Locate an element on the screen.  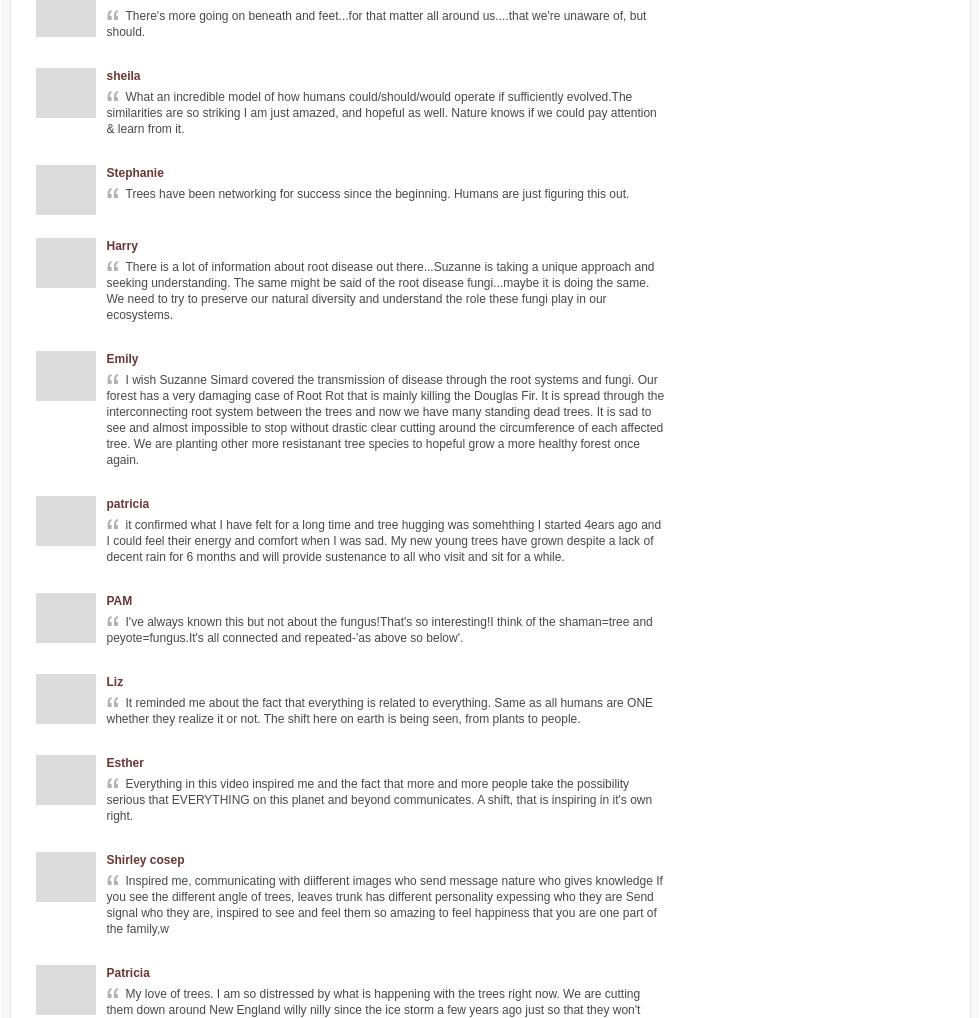
'It reminded me about the fact that everything is related to everything. Same as all humans are ONE whether they realize it or not. The shift here on earth is being seen, from plants to people.' is located at coordinates (379, 710).